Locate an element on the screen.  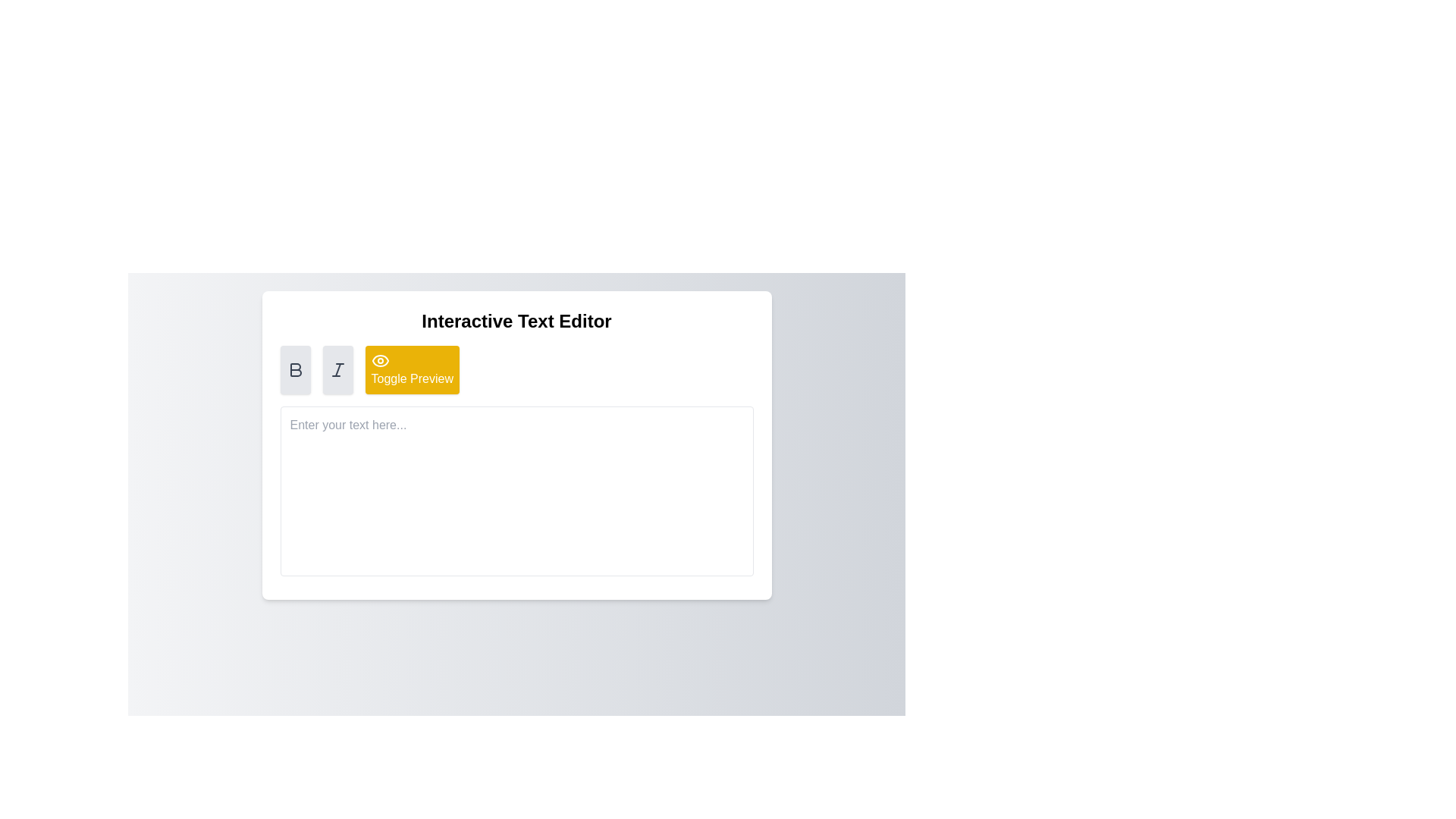
the bold formatting button, which is the first button in the horizontal sequence below the 'Interactive Text Editor' title, styled with a light gray background and featuring a bold letter 'B' icon is located at coordinates (295, 370).